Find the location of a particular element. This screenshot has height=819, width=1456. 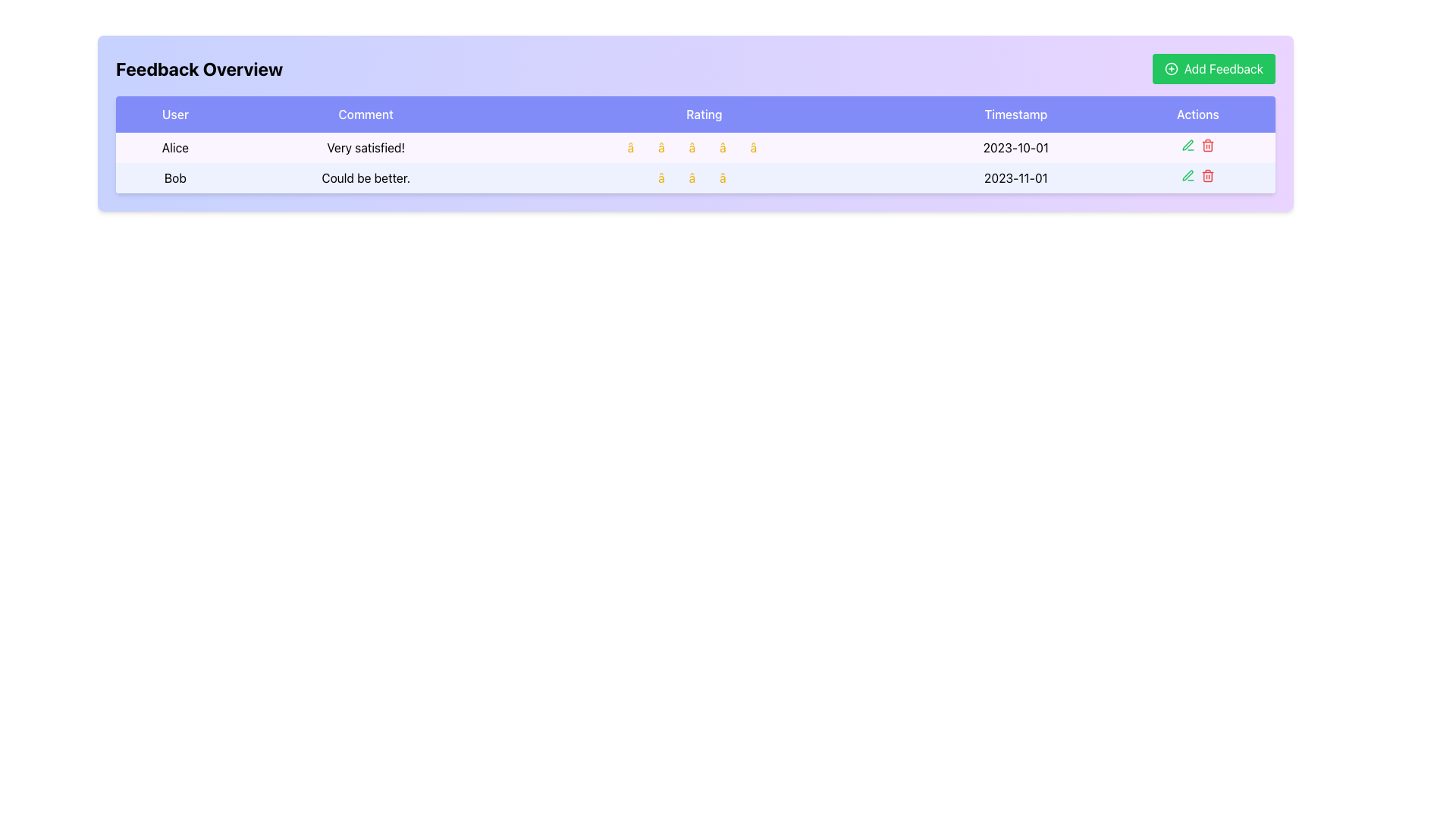

the static text displaying the timestamp '2023-11-01' in the second row of the feedback table for user 'Bob', located under the 'Timestamp' column is located at coordinates (1015, 177).